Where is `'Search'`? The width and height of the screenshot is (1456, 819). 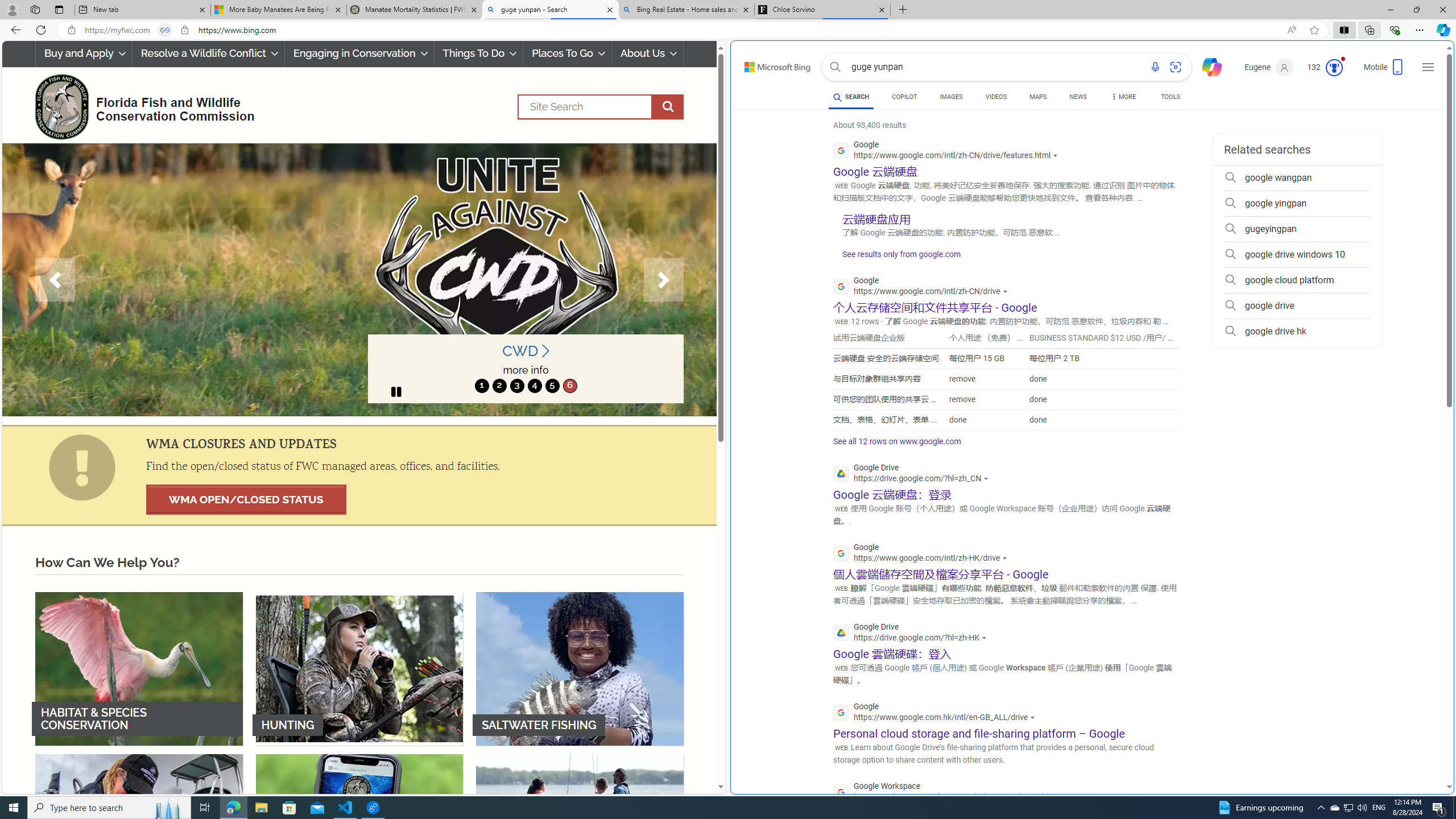
'Search' is located at coordinates (835, 67).